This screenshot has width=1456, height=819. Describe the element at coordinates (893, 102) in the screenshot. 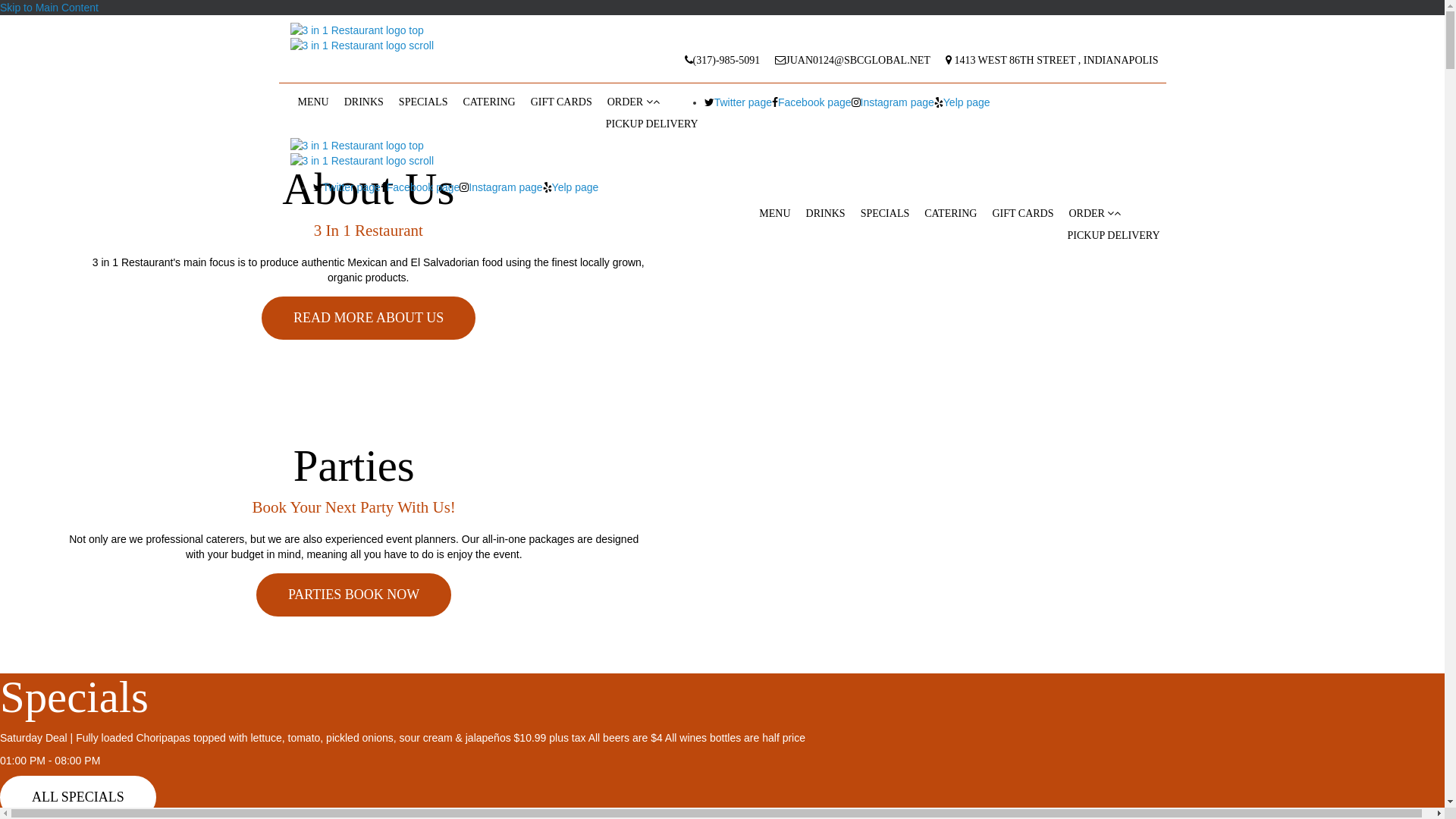

I see `'Instagram page'` at that location.